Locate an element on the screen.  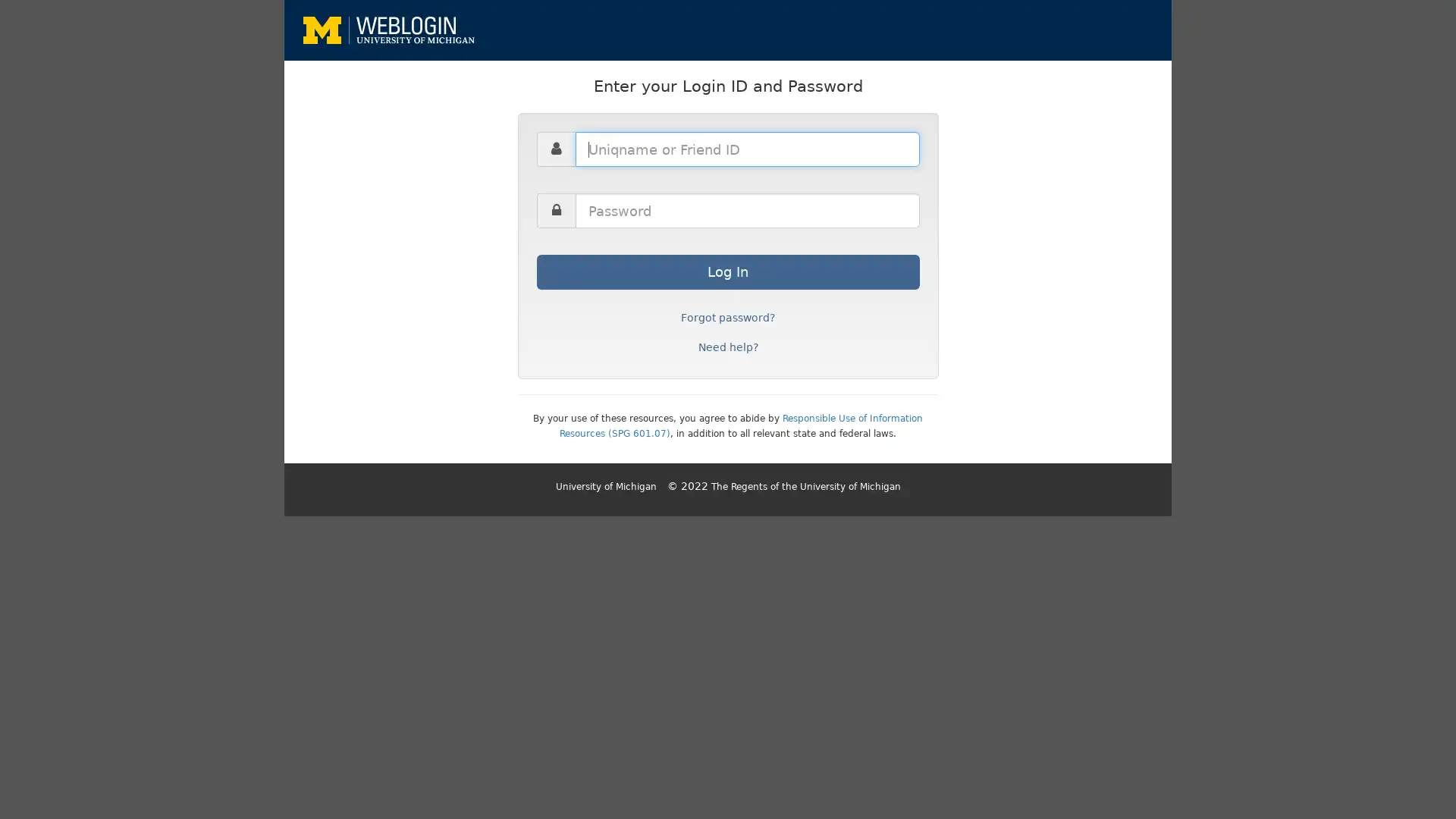
Log In is located at coordinates (726, 271).